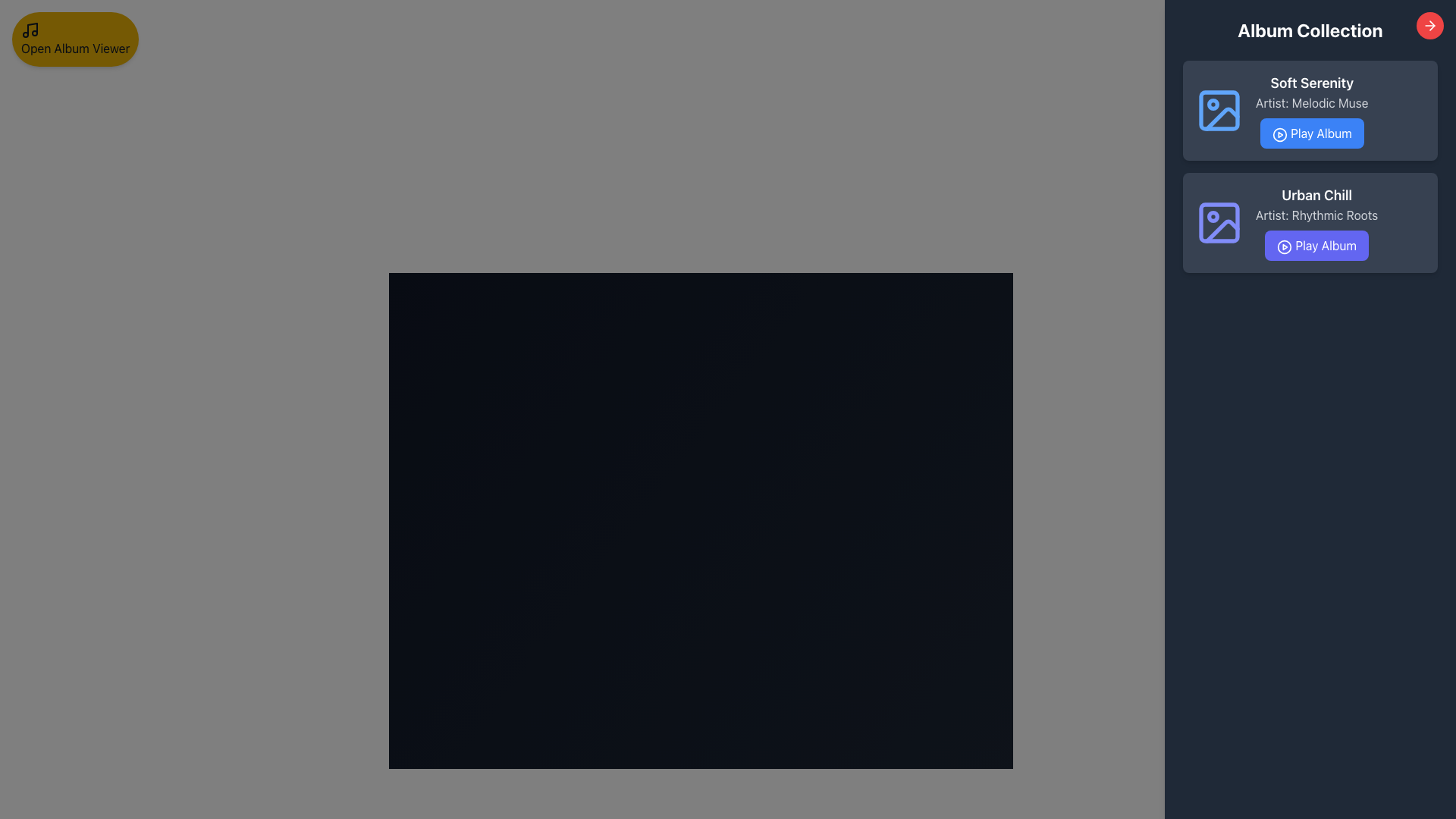 Image resolution: width=1456 pixels, height=819 pixels. Describe the element at coordinates (1311, 83) in the screenshot. I see `the text label displaying 'Soft Serenity' in bold font at the top of the card in the right sidebar` at that location.